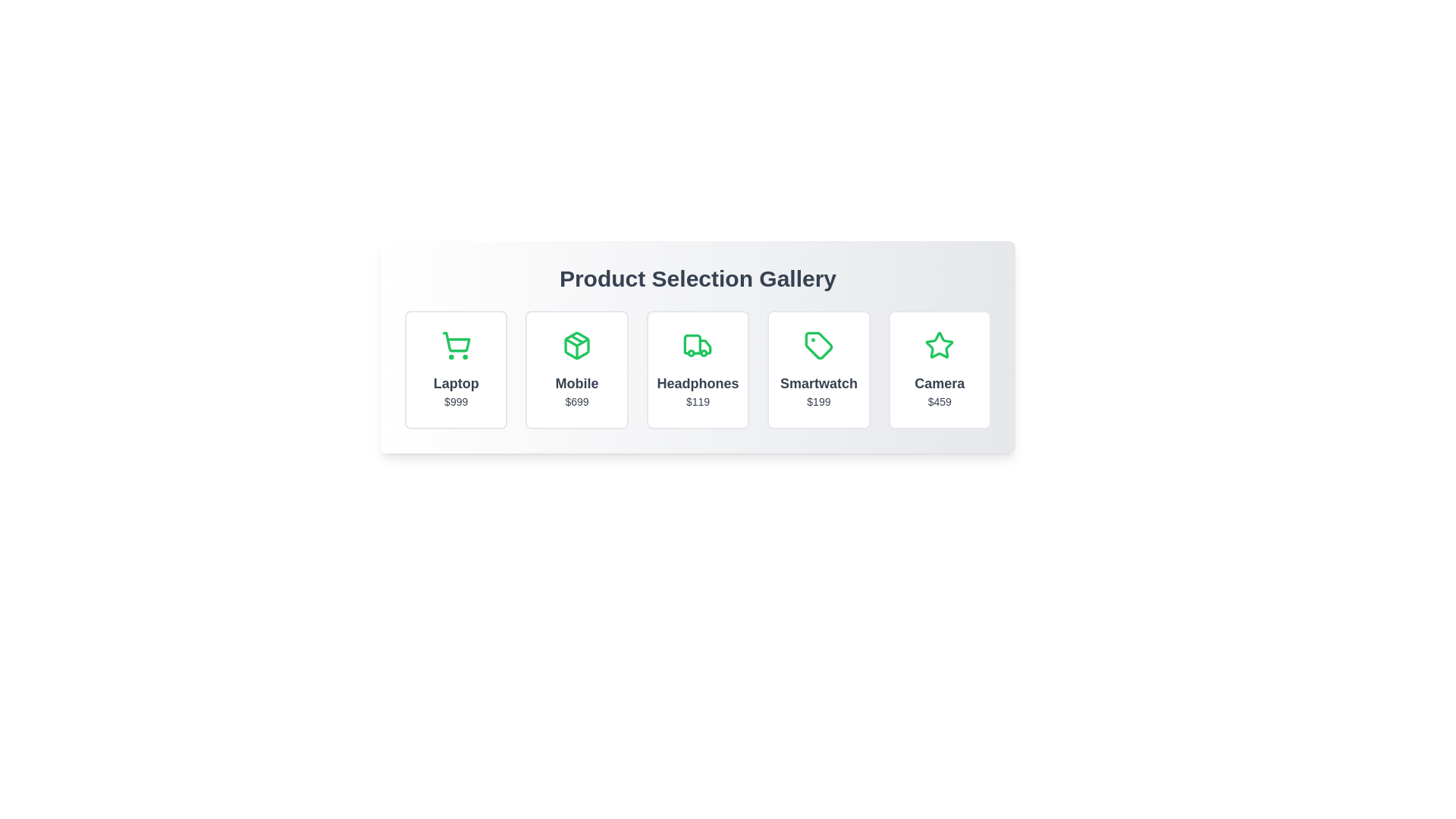 The height and width of the screenshot is (819, 1456). Describe the element at coordinates (817, 382) in the screenshot. I see `the text label displaying 'Smartwatch'` at that location.